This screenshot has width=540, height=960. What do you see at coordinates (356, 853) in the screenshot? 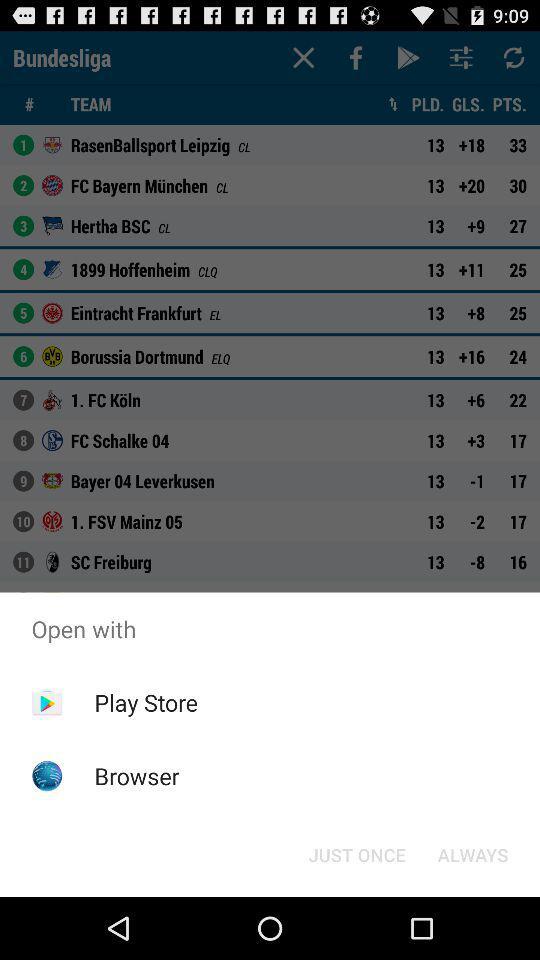
I see `the just once at the bottom` at bounding box center [356, 853].